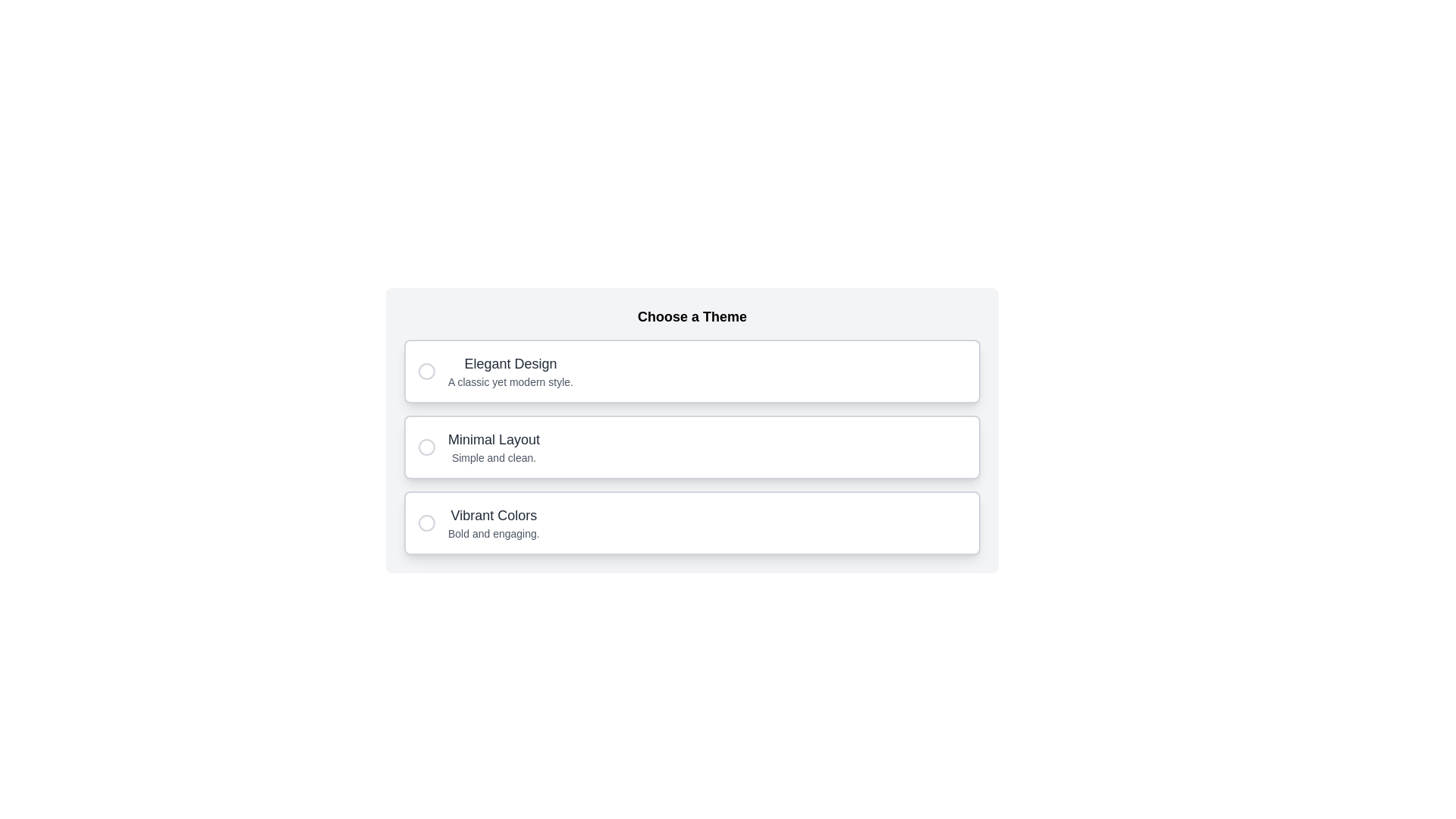 This screenshot has height=819, width=1456. What do you see at coordinates (691, 430) in the screenshot?
I see `the radio button option labeled 'Minimal Layout'` at bounding box center [691, 430].